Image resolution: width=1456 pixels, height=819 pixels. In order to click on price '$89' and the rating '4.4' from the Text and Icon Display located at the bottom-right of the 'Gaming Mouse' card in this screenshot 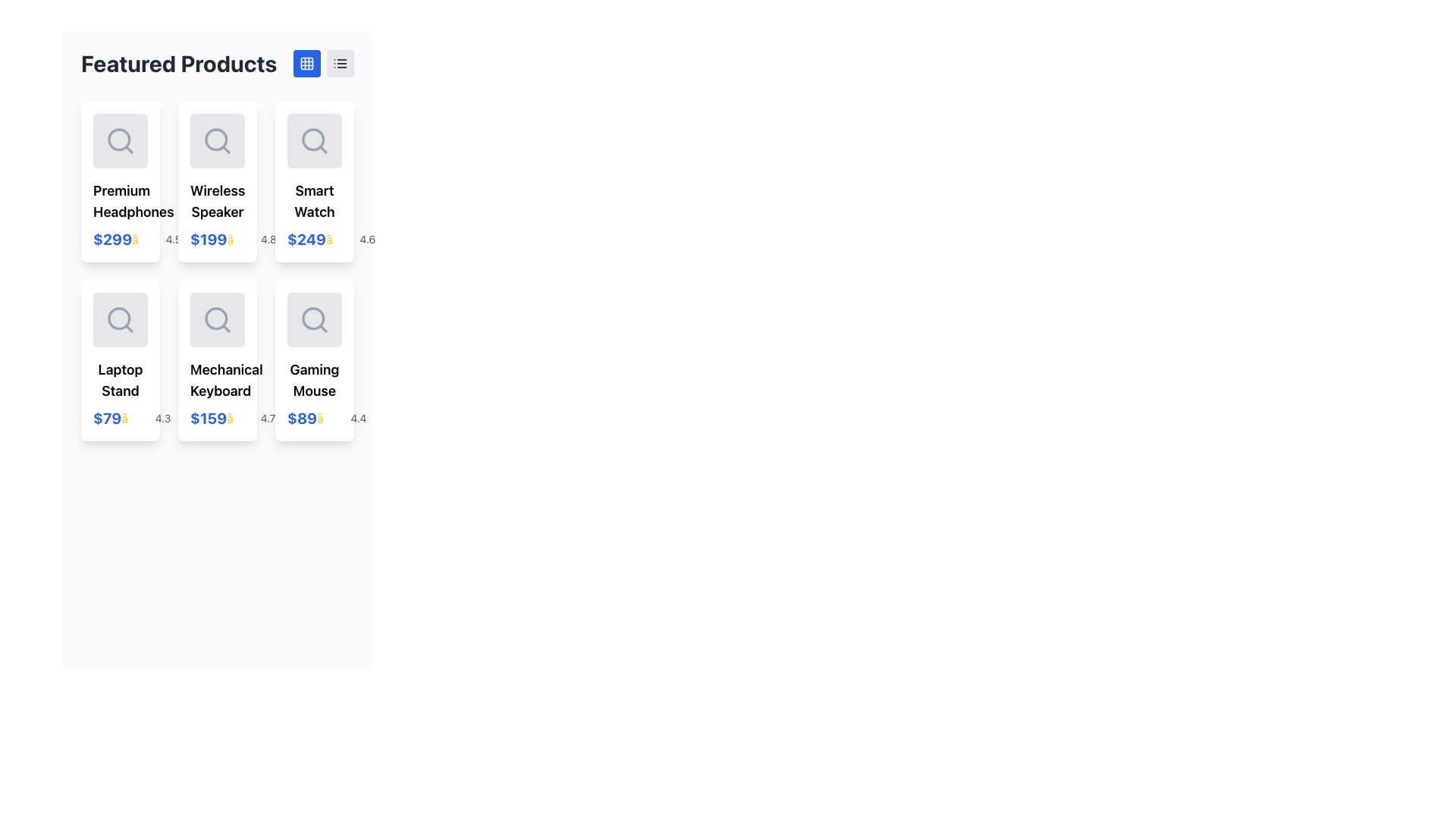, I will do `click(313, 418)`.